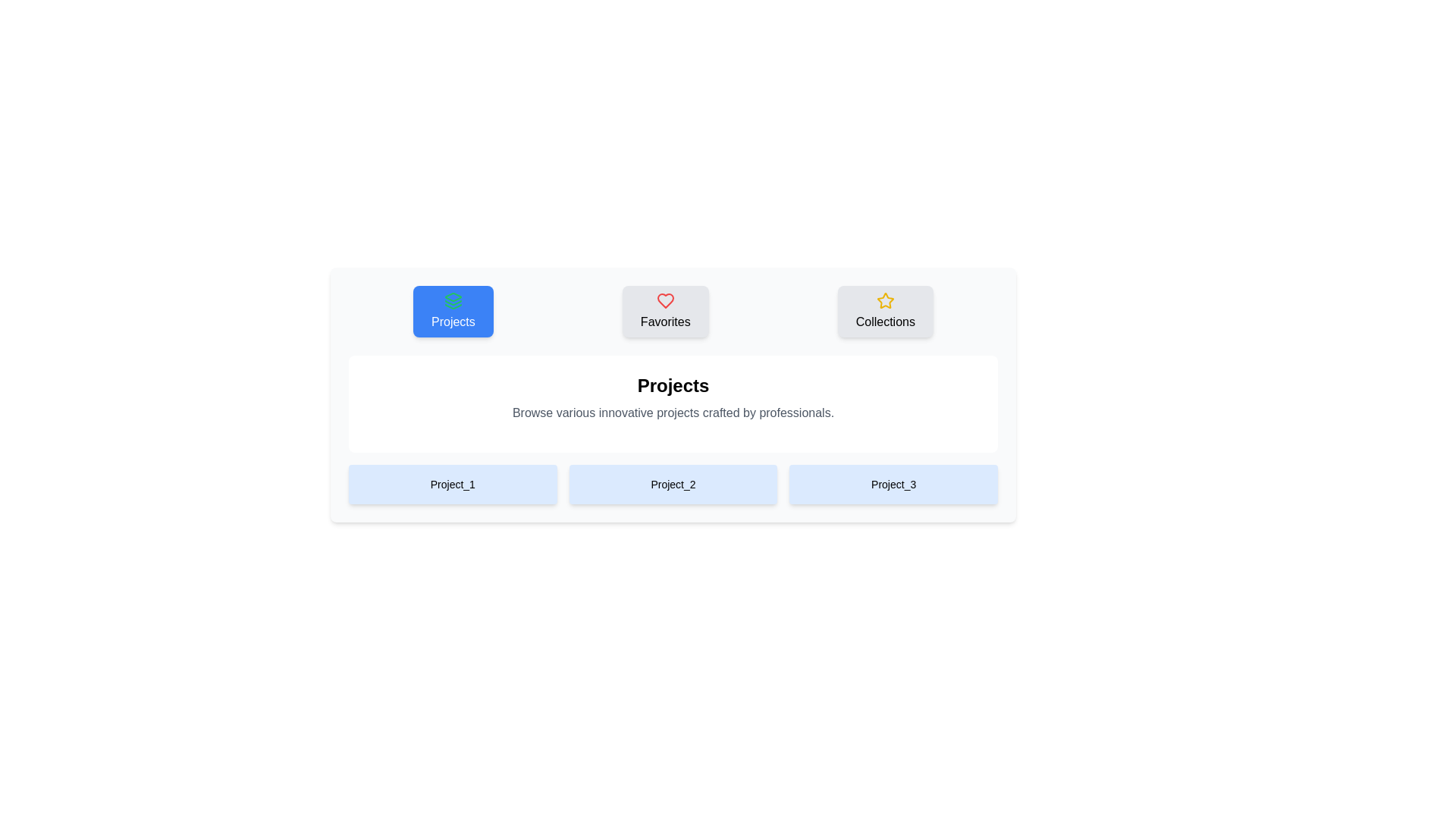 The height and width of the screenshot is (819, 1456). I want to click on the Projects tab by clicking on it, so click(452, 311).